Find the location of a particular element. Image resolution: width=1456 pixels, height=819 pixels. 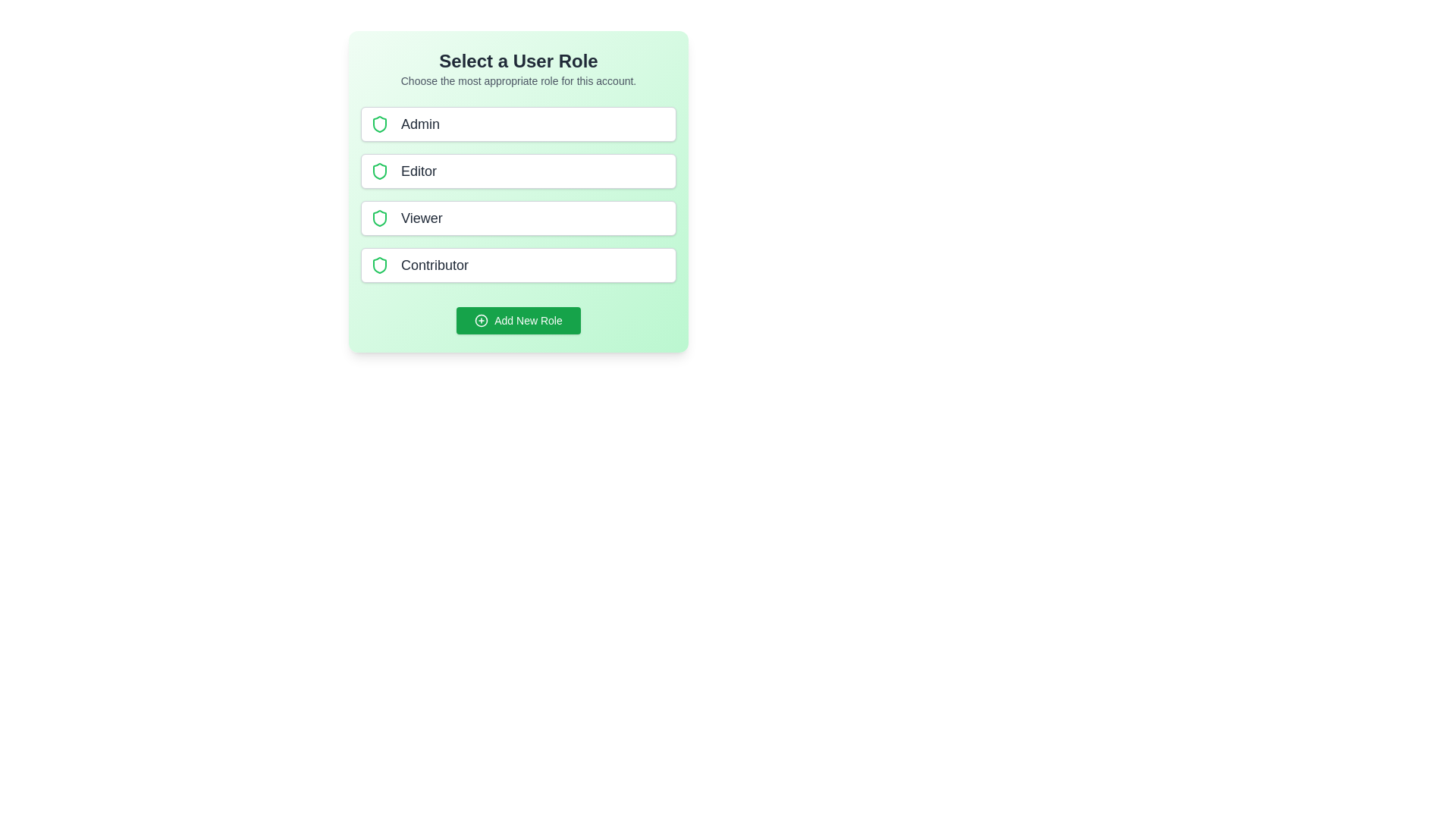

the icon next to the role Admin for examination is located at coordinates (379, 124).